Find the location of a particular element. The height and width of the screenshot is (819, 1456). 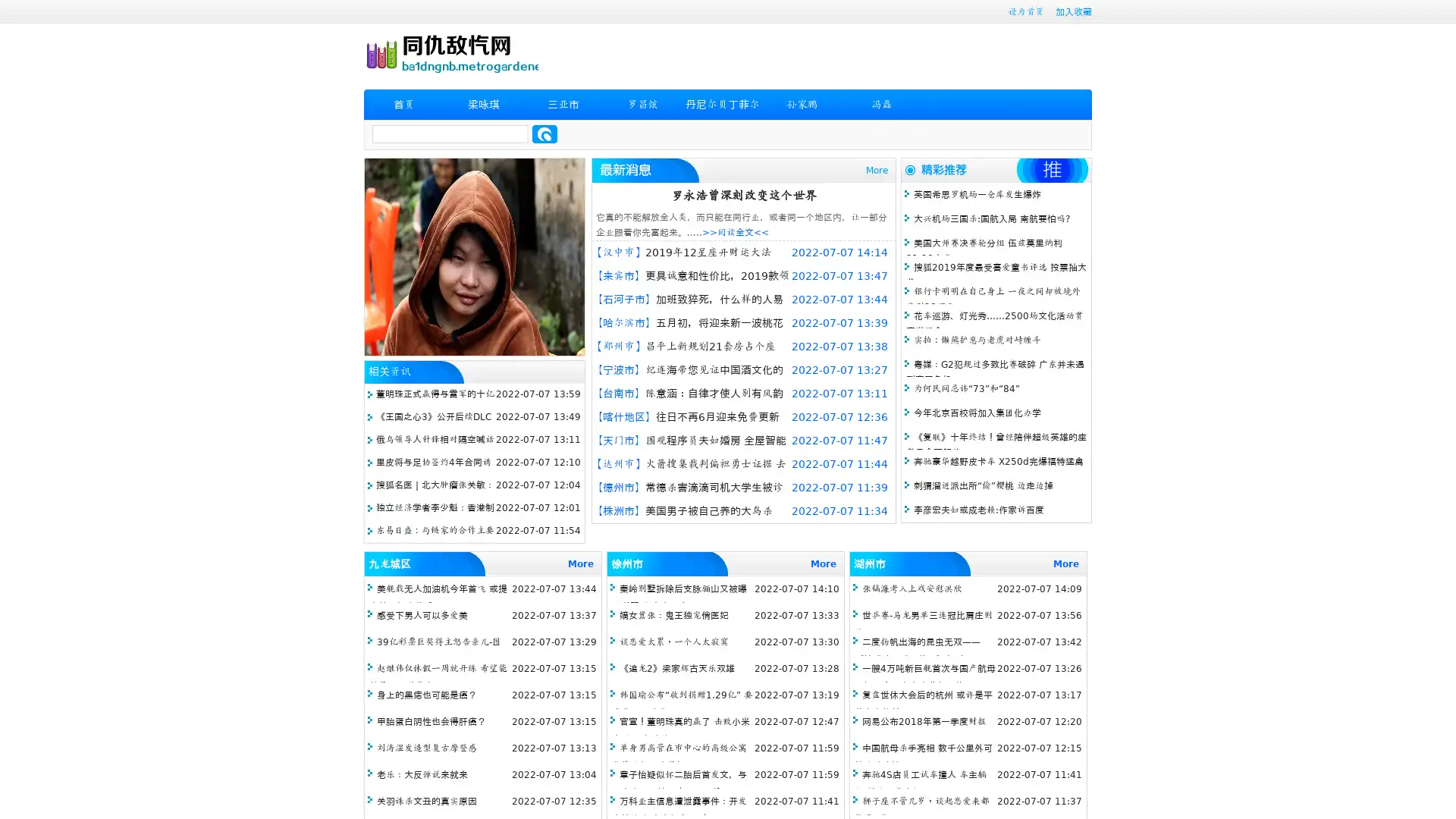

Search is located at coordinates (544, 133).